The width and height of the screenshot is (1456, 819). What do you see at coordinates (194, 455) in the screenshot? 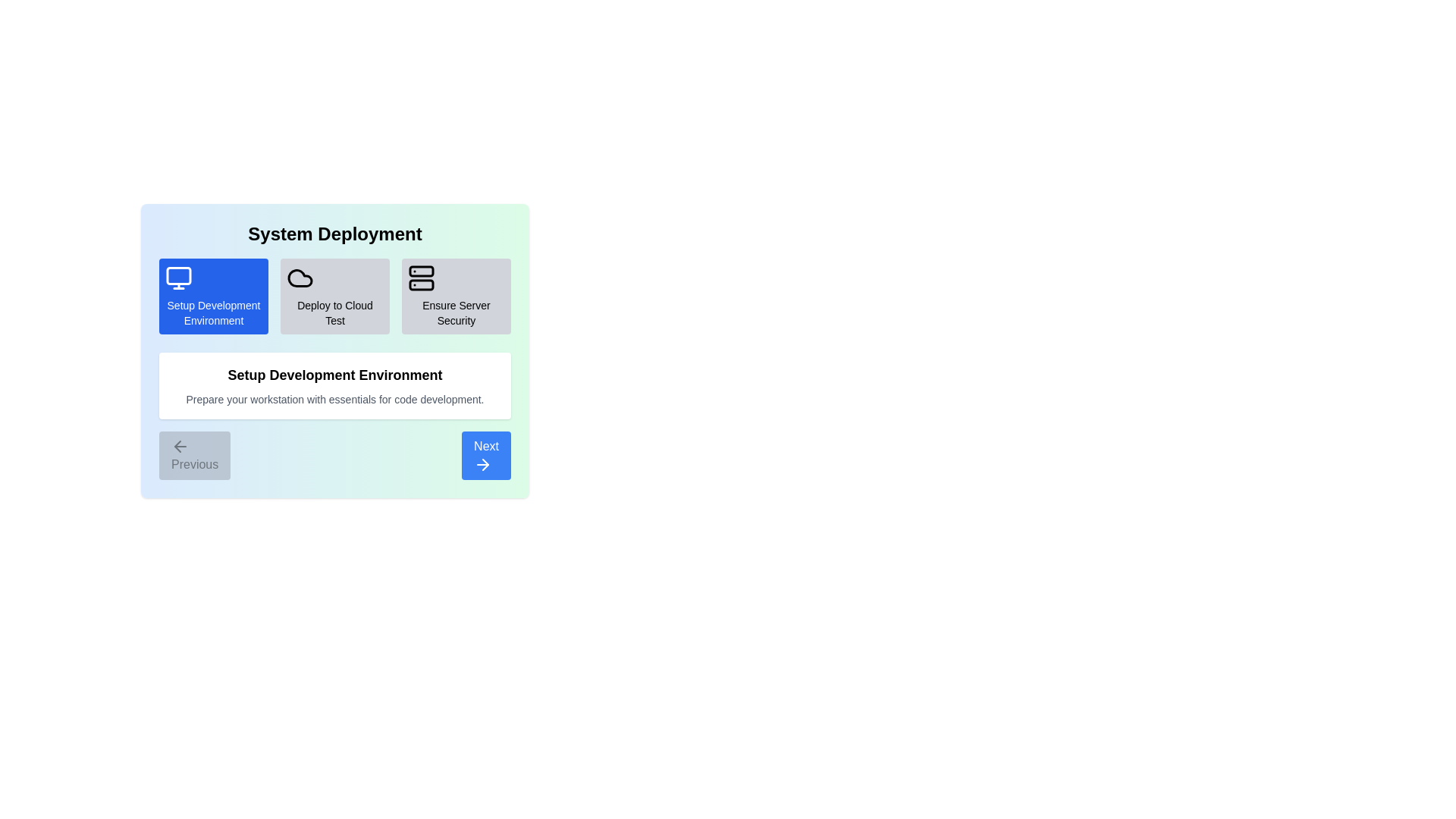
I see `the Previous button to navigate between steps` at bounding box center [194, 455].